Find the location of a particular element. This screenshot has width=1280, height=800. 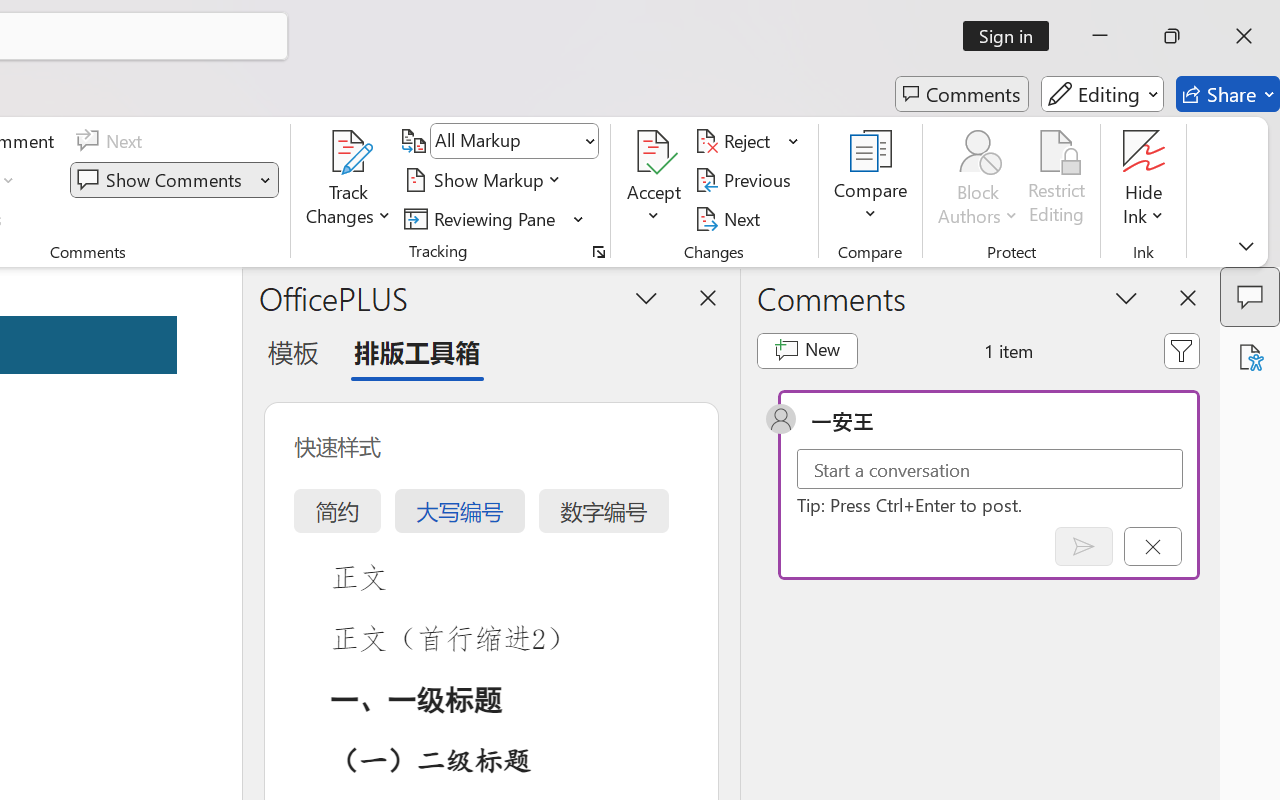

'Cancel' is located at coordinates (1152, 546).